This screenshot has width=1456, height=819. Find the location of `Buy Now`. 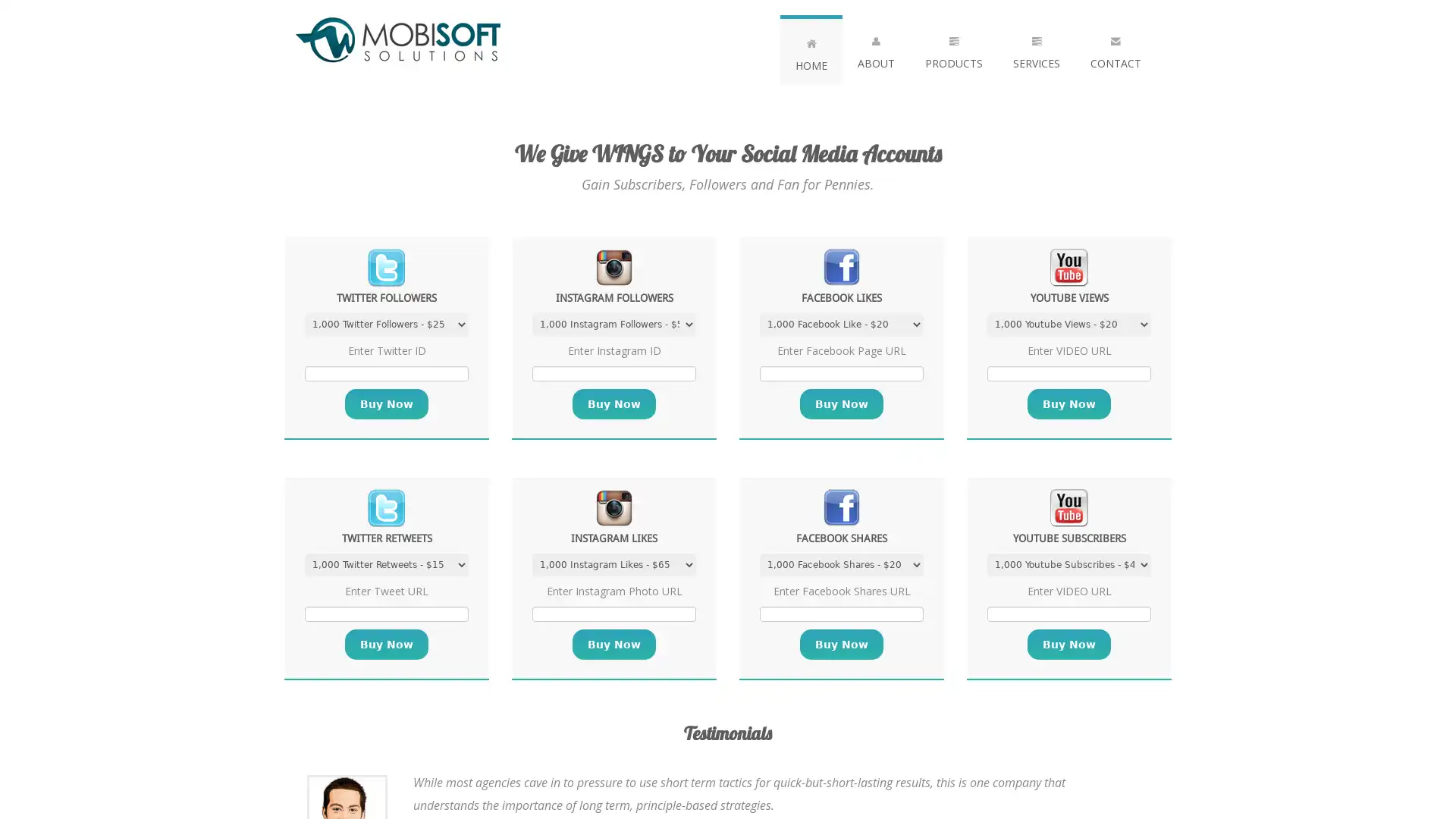

Buy Now is located at coordinates (614, 644).